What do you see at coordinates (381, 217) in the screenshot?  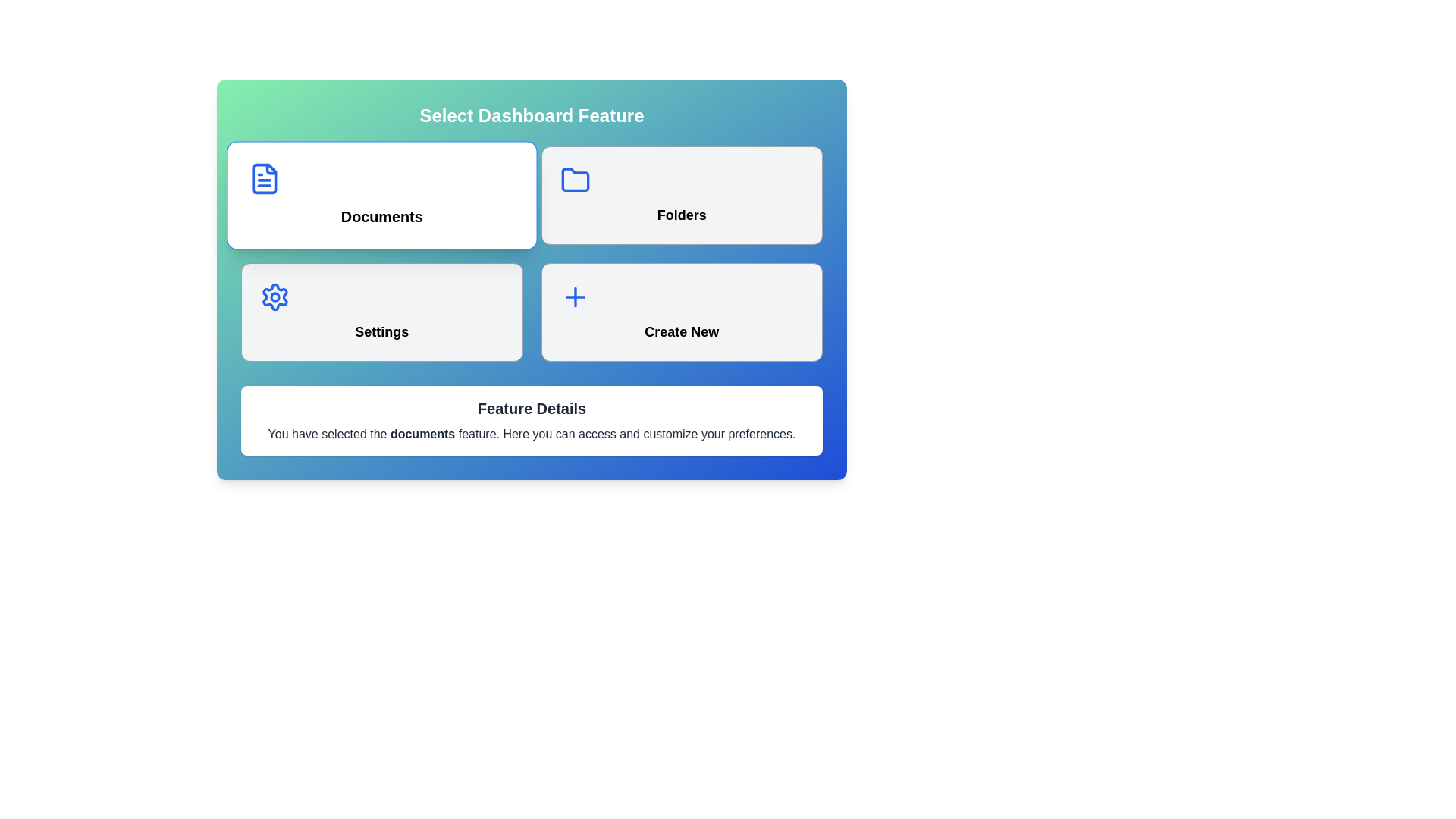 I see `the text label located below the blue file icon in the 'Documents' card, which provides context for the associated feature` at bounding box center [381, 217].